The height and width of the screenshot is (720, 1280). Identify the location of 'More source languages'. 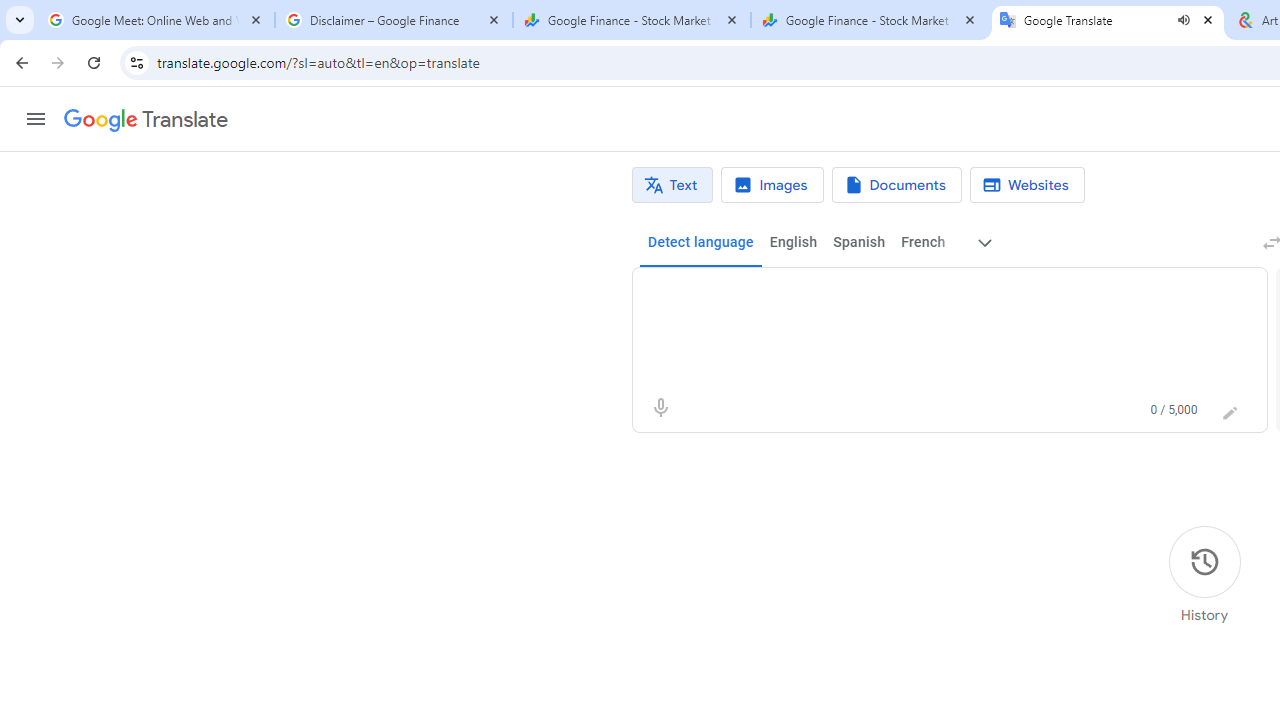
(985, 242).